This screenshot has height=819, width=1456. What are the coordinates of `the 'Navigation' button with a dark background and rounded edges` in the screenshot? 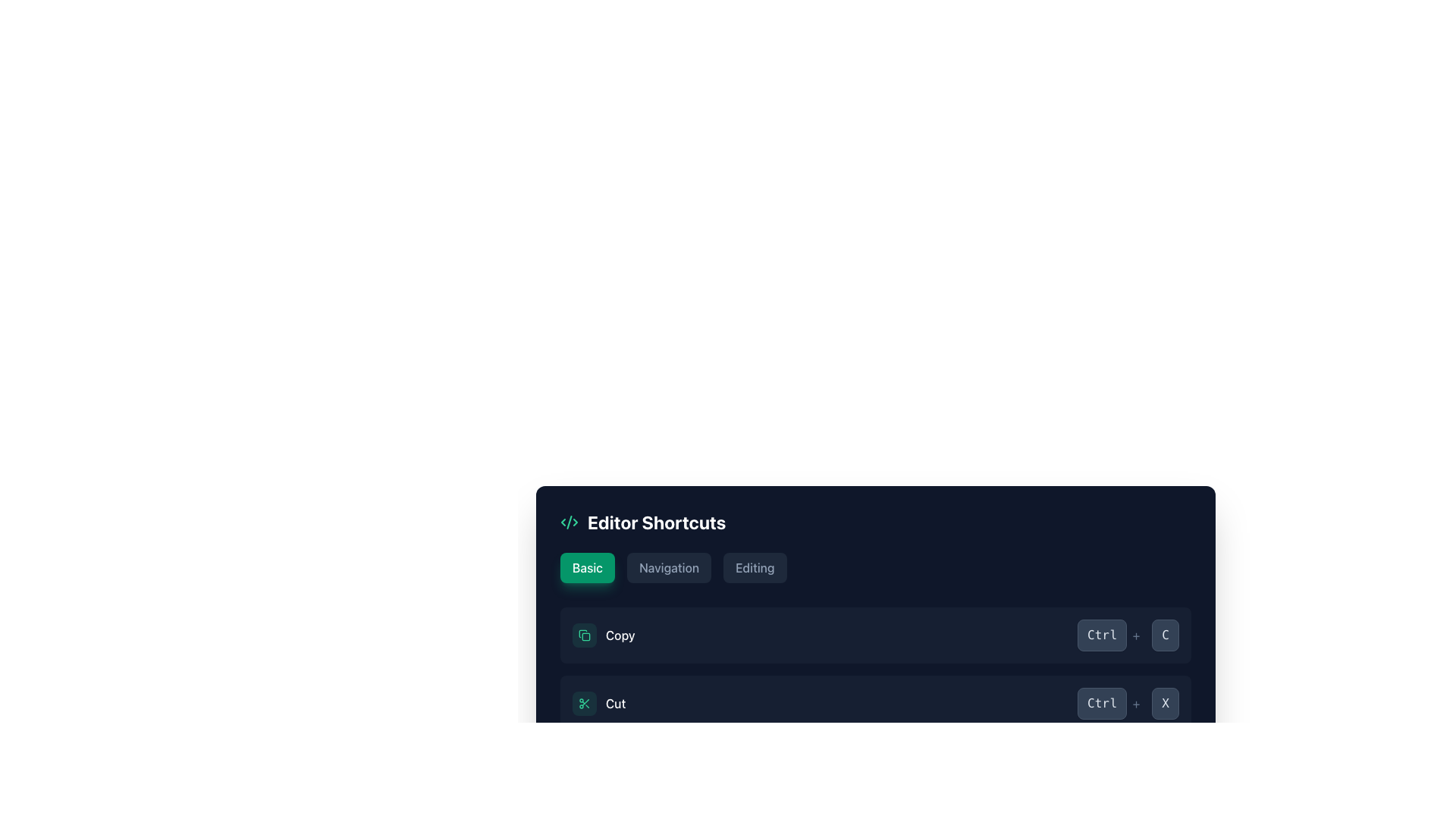 It's located at (668, 567).